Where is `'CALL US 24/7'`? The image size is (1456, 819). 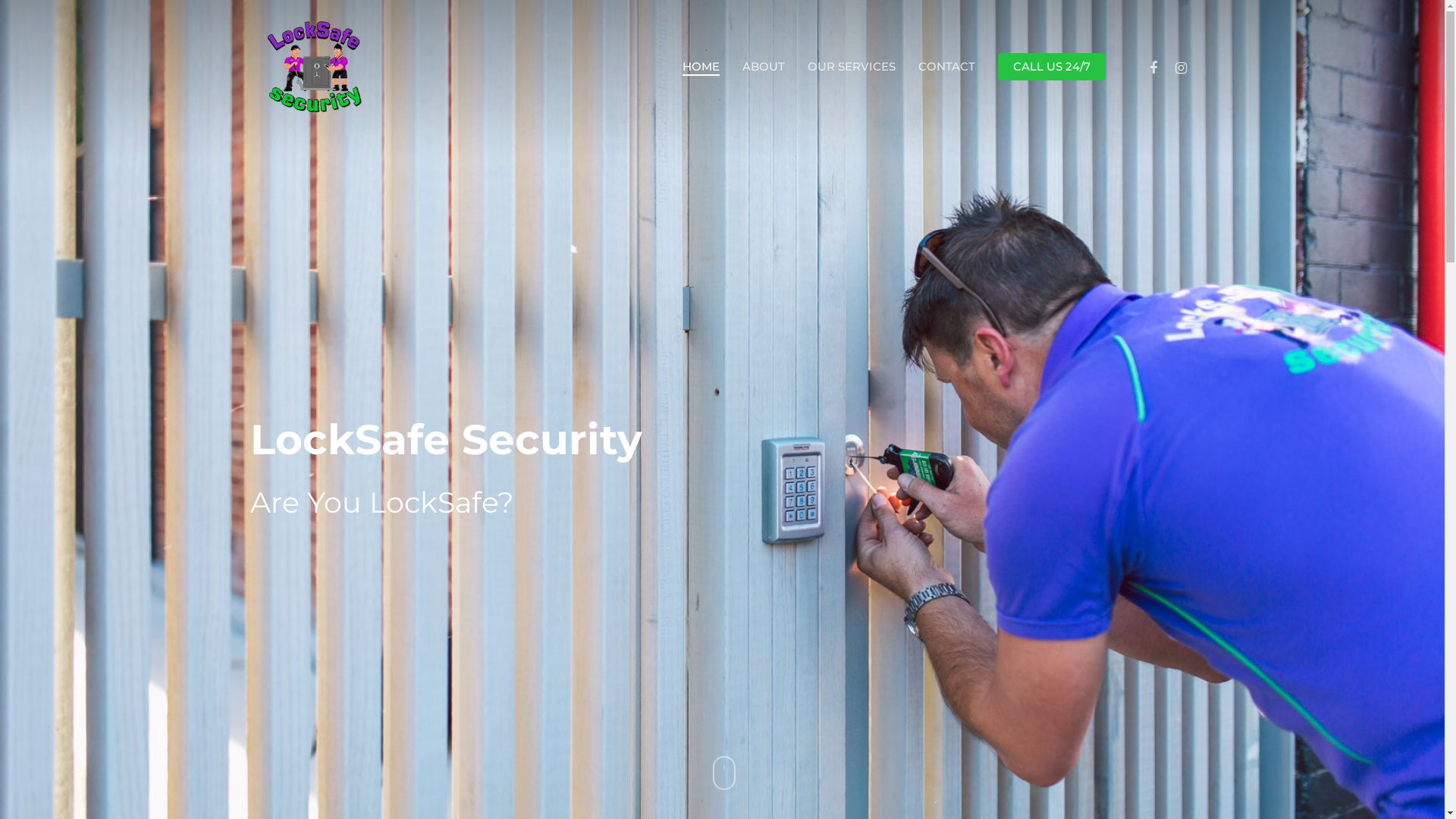 'CALL US 24/7' is located at coordinates (1051, 66).